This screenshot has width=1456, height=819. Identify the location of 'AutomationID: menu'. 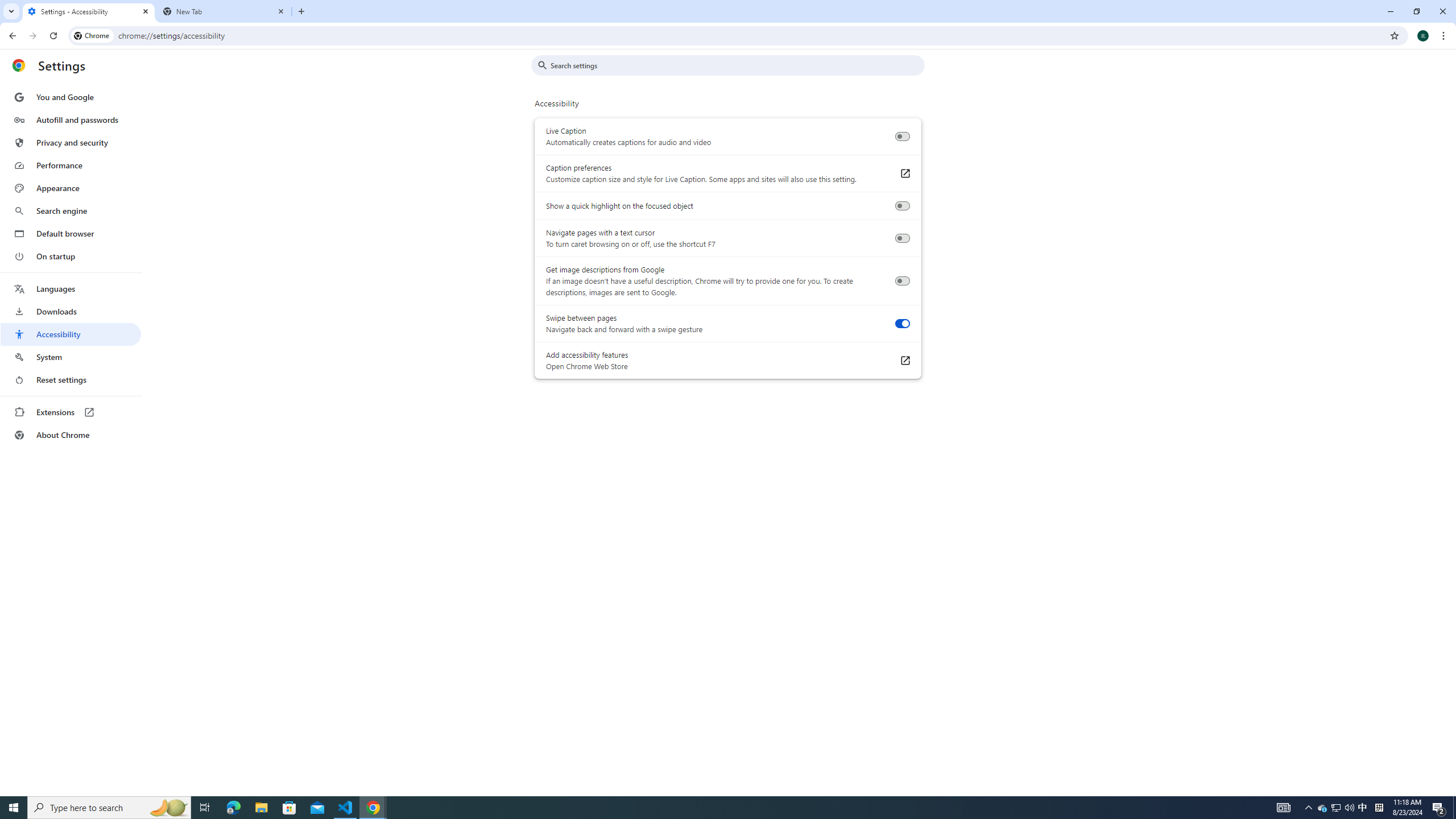
(71, 266).